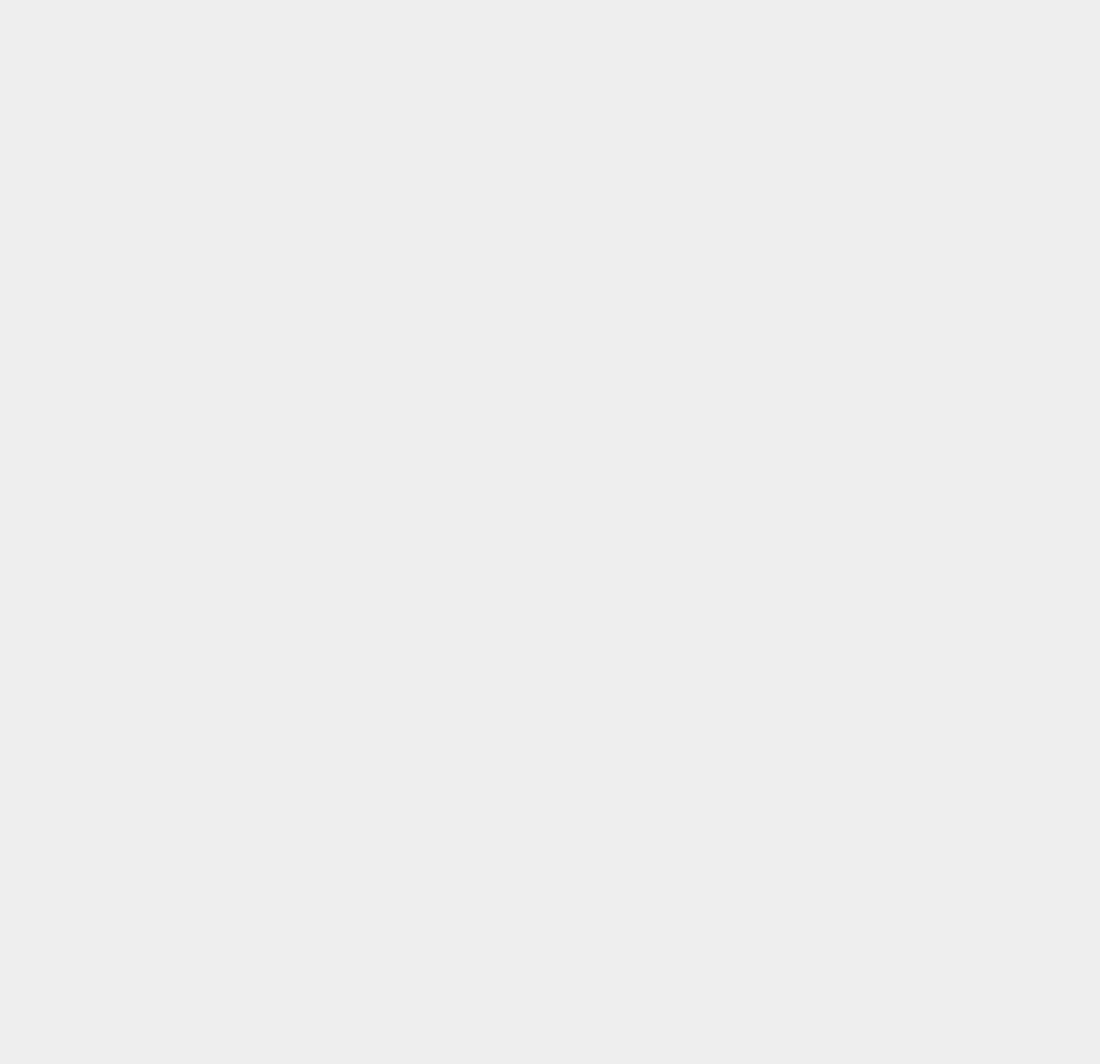 This screenshot has width=1100, height=1064. Describe the element at coordinates (807, 600) in the screenshot. I see `'Television'` at that location.